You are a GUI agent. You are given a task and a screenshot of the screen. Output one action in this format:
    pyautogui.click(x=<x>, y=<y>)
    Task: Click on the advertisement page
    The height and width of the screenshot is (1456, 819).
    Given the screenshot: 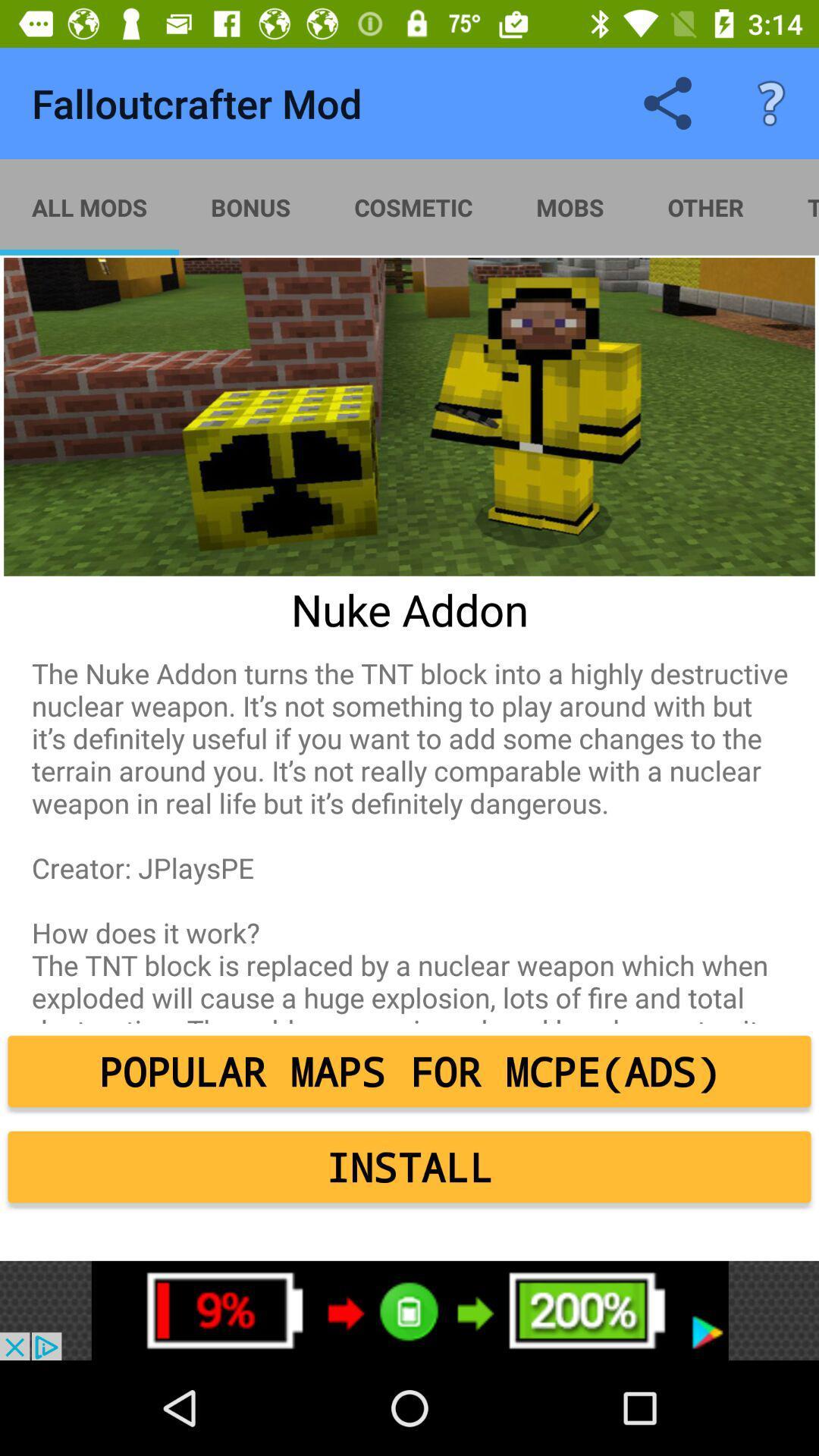 What is the action you would take?
    pyautogui.click(x=409, y=1310)
    